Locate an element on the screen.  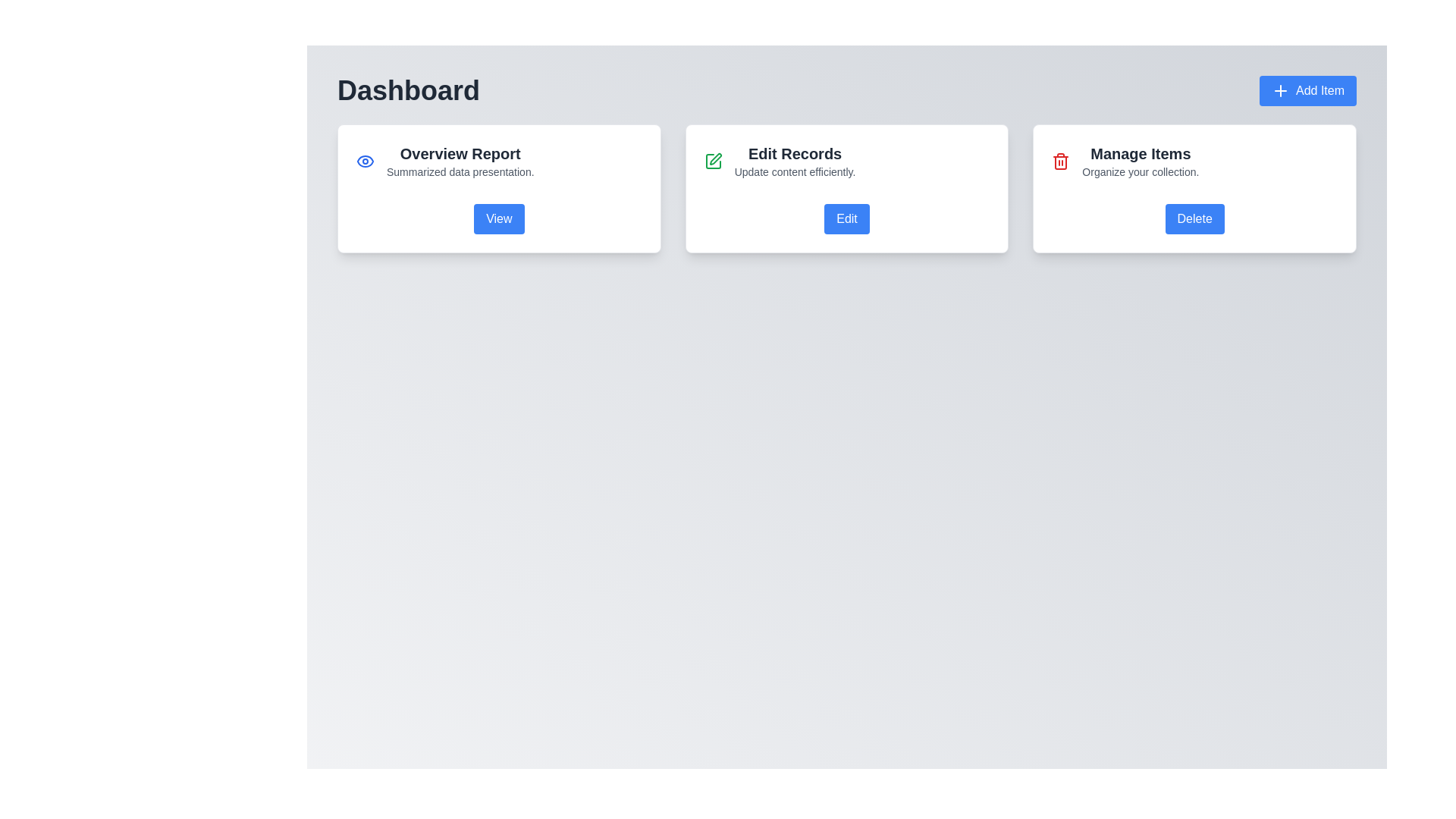
the green outlined pen-shaped icon located within the 'Edit Records' card, which indicates an edit or modification action is located at coordinates (714, 158).